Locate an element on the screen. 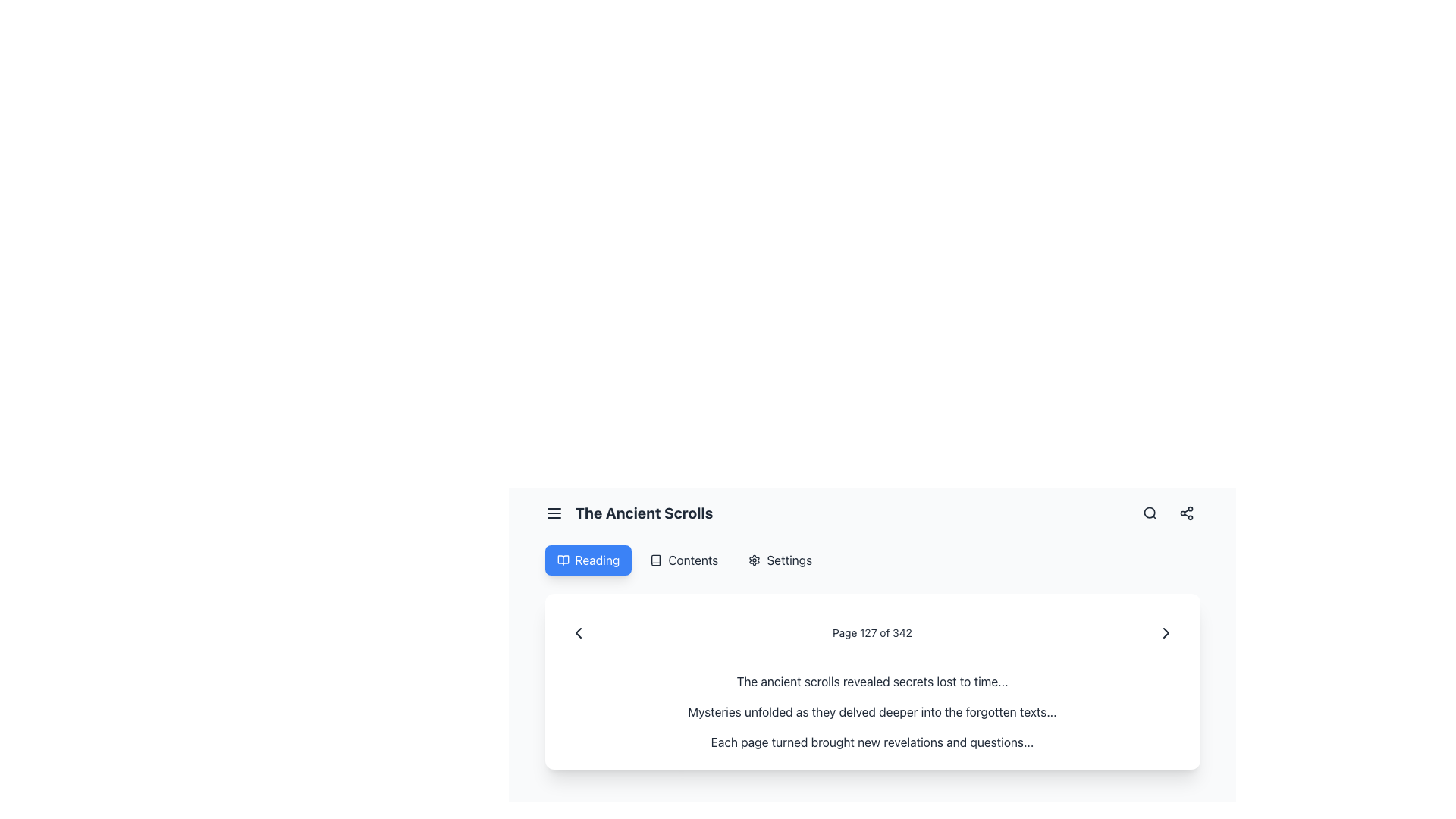  the text label associated with the 'settings' functionality located in the top-right area below the title 'The Ancient Scrolls' is located at coordinates (789, 560).